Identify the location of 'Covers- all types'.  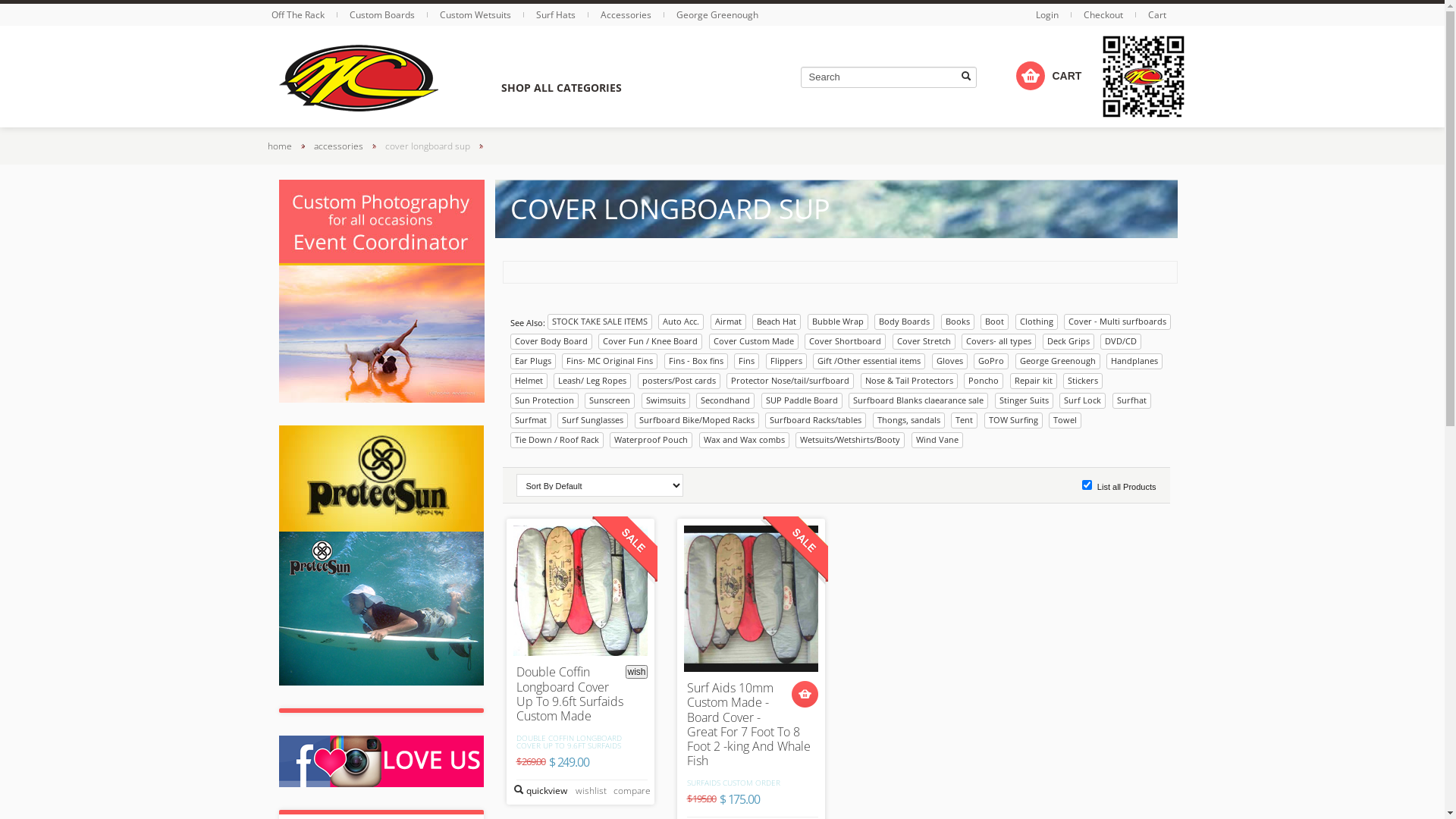
(960, 341).